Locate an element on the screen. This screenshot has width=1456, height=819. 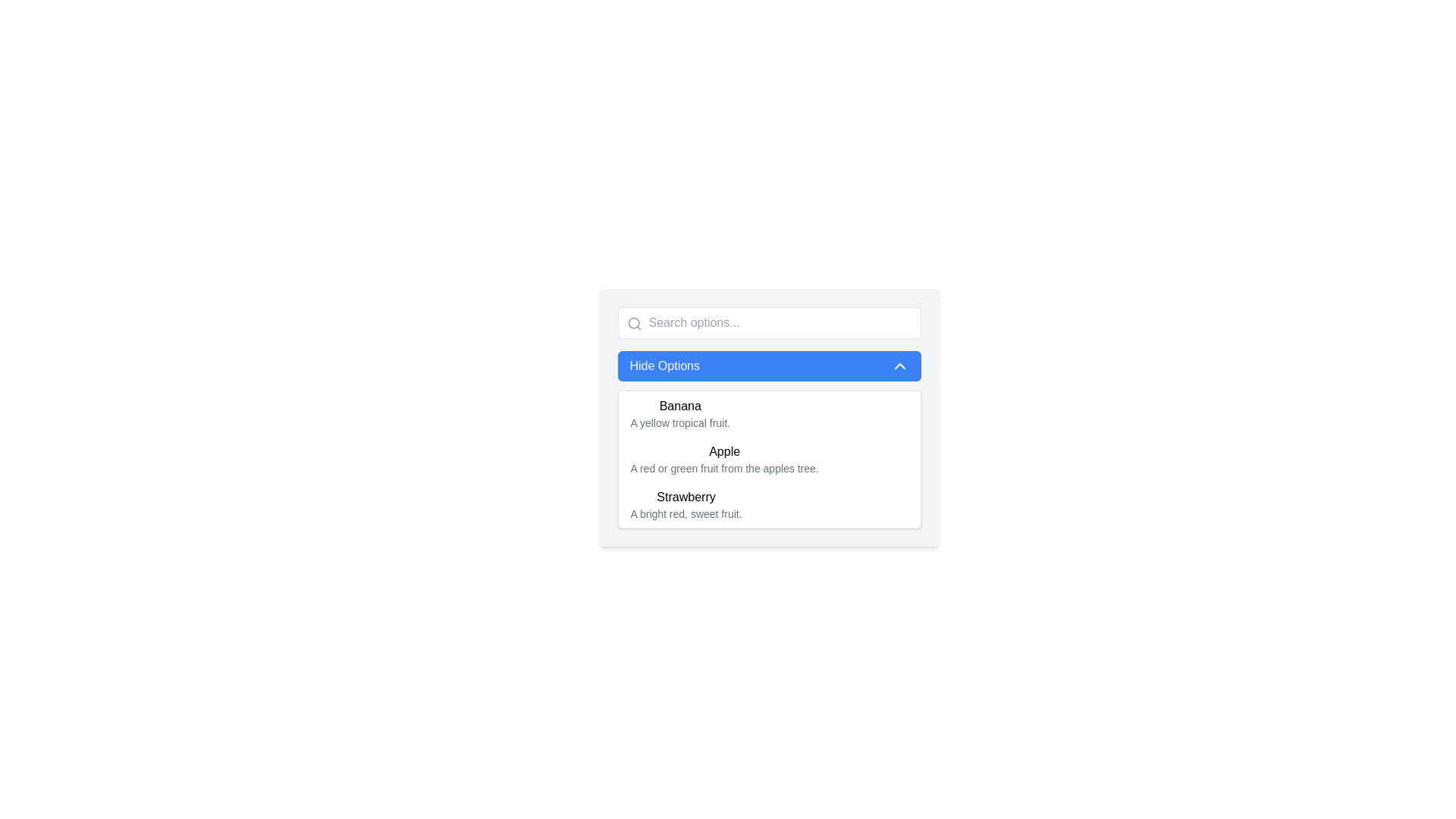
the descriptive text label for the second fruit item, located below the 'Strawberry' text, to learn more about it is located at coordinates (686, 513).